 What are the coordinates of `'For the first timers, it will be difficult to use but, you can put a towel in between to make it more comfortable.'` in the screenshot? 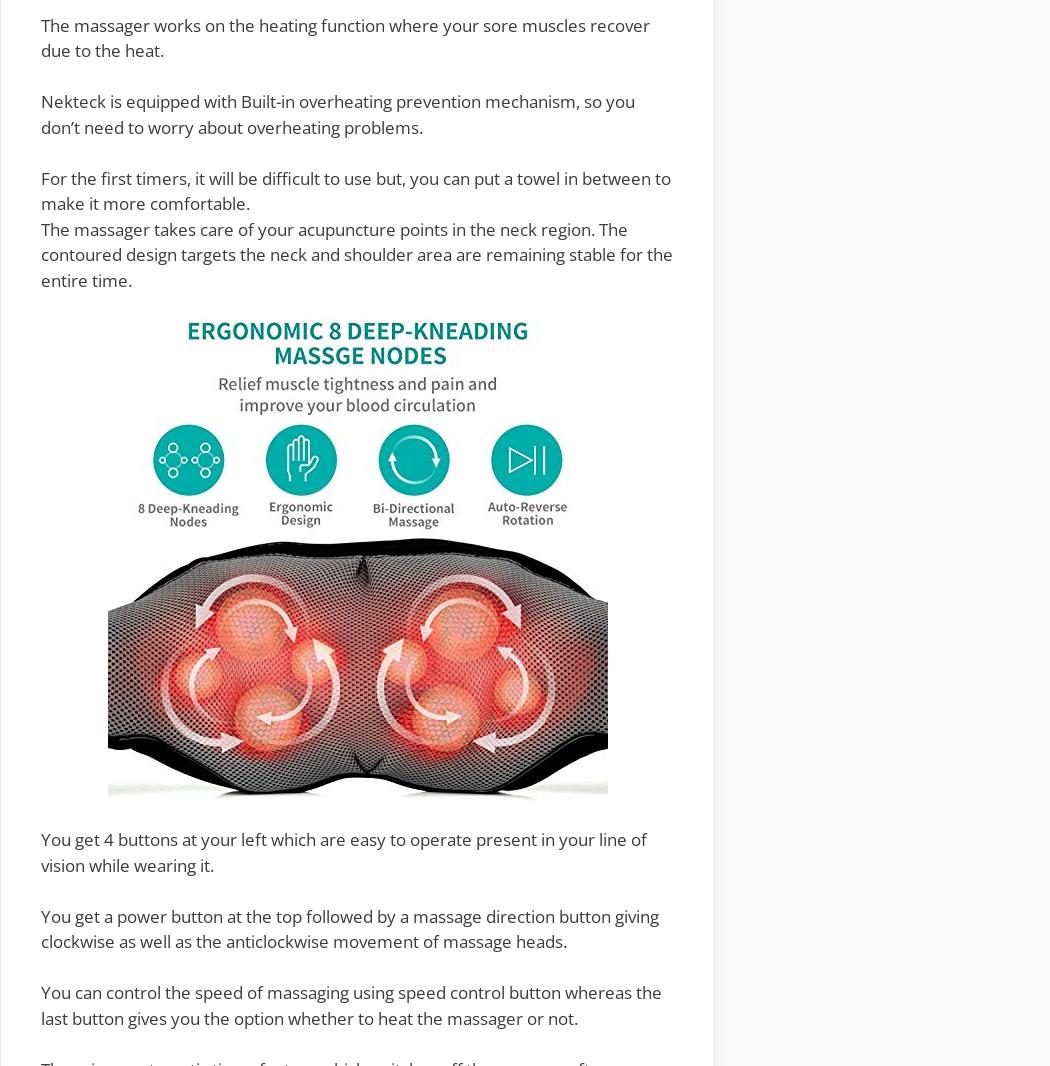 It's located at (354, 189).